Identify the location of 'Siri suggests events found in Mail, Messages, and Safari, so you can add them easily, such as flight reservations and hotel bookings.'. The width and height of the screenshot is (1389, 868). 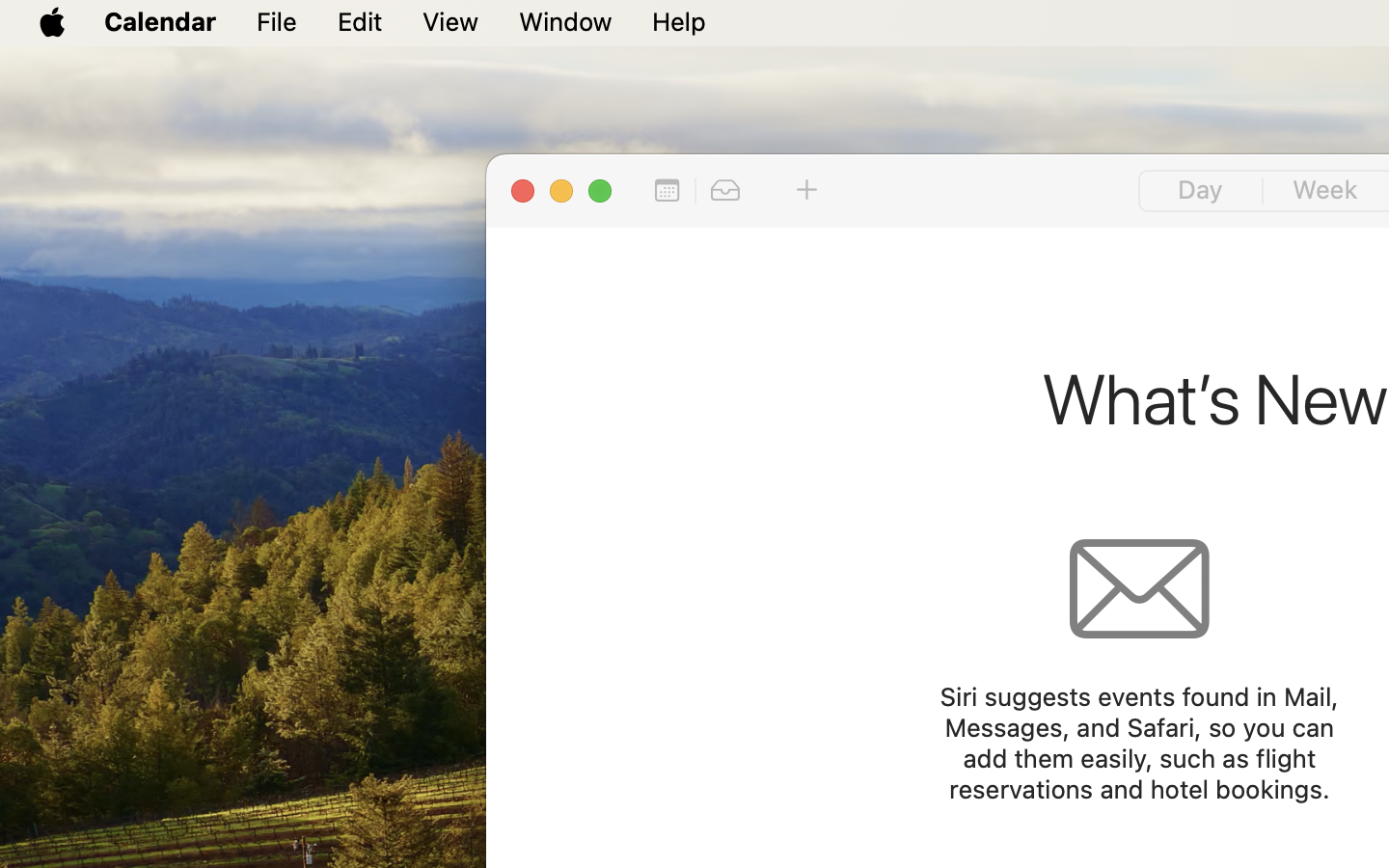
(1137, 742).